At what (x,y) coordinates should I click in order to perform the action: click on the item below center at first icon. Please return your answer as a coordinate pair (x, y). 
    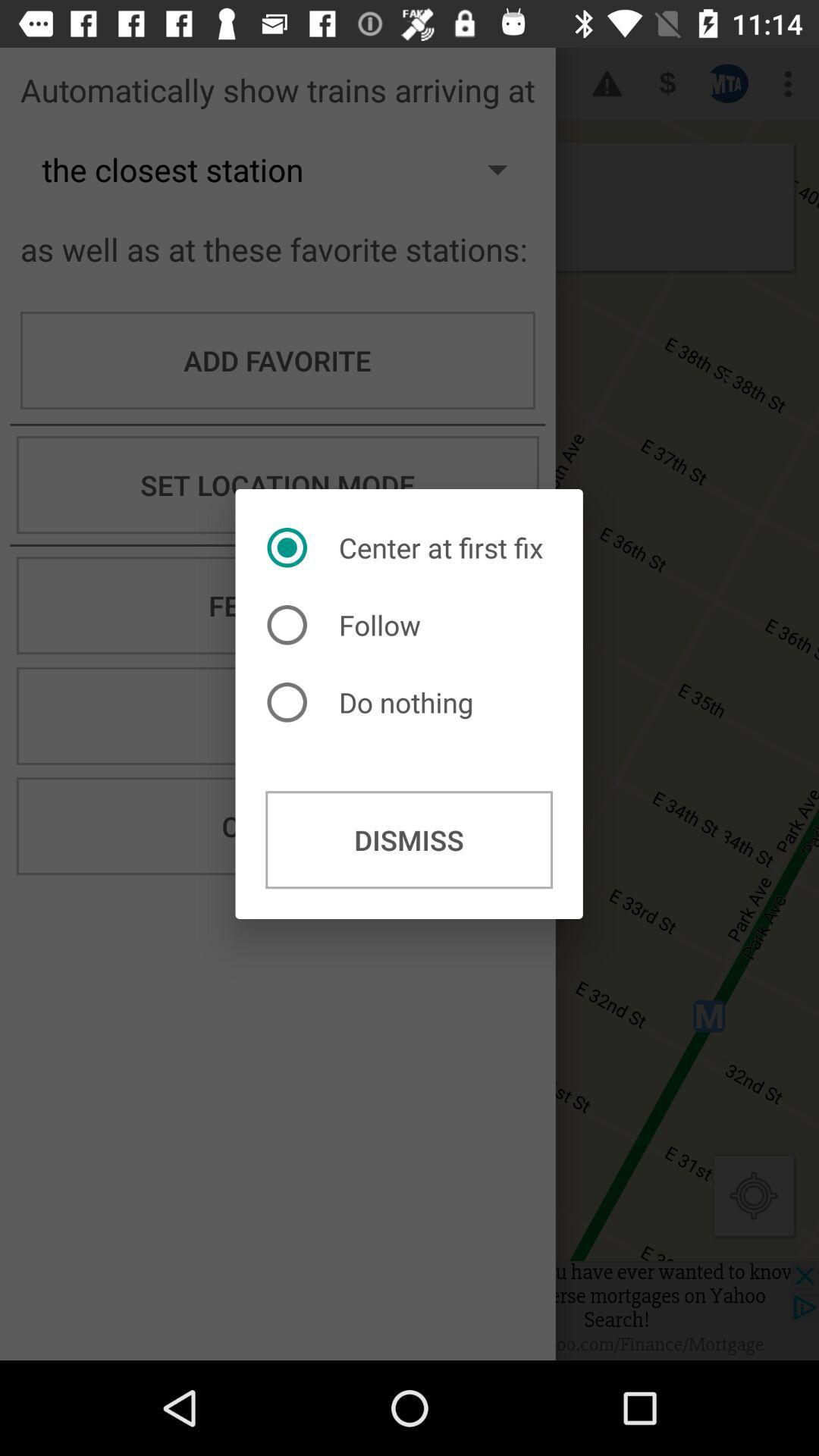
    Looking at the image, I should click on (348, 625).